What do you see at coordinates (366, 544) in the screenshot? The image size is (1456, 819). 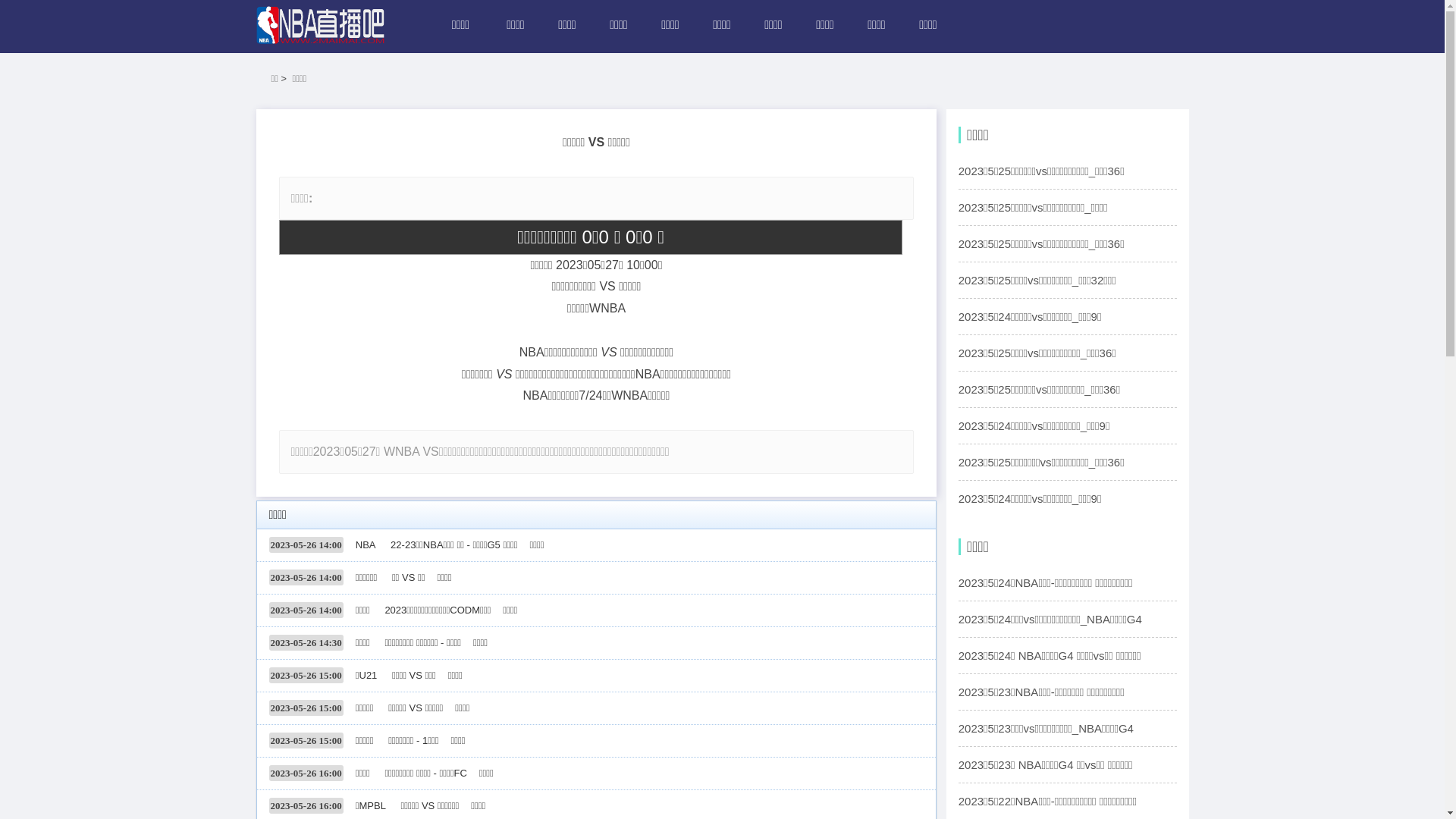 I see `'NBA'` at bounding box center [366, 544].